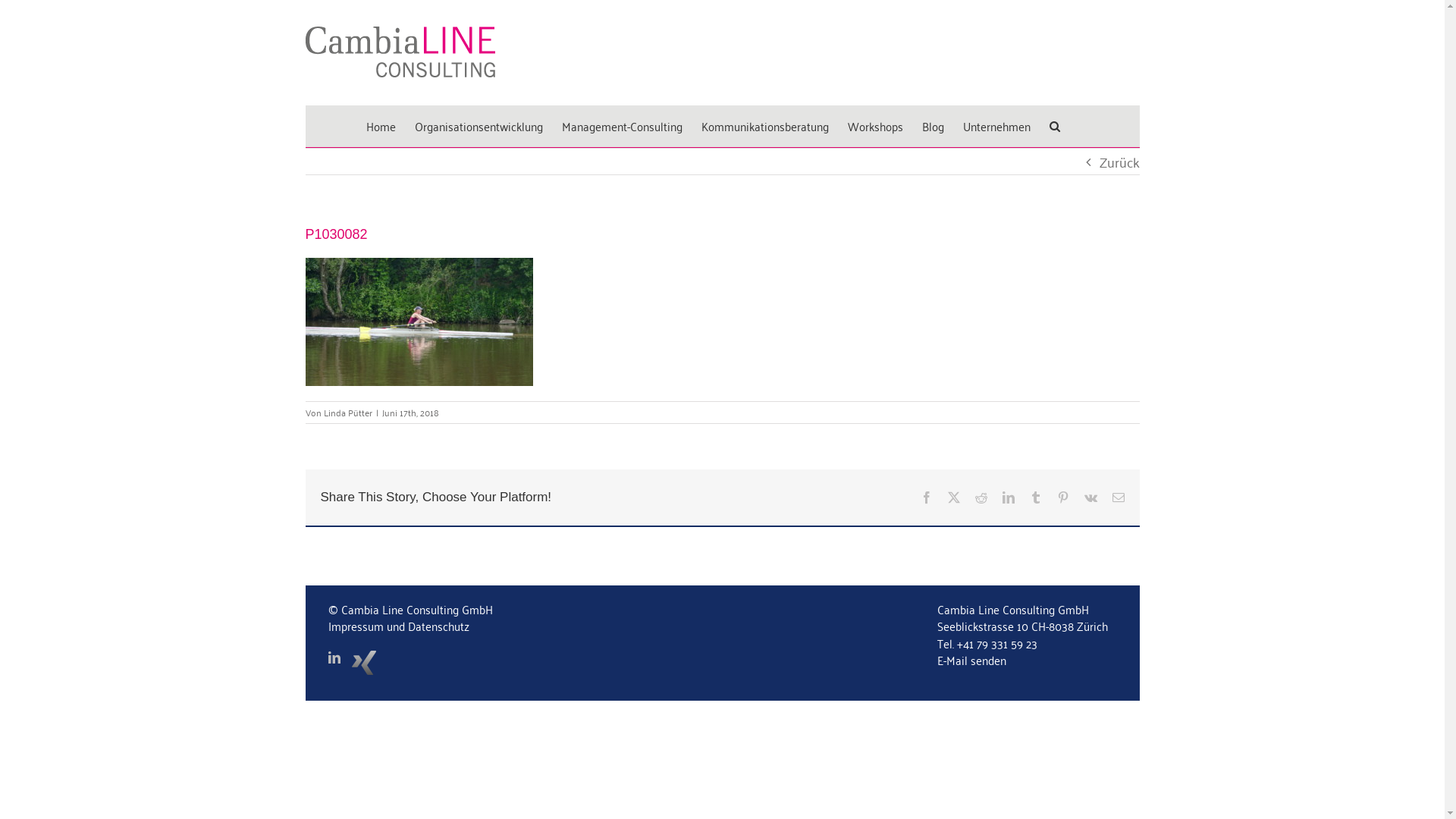  I want to click on 'E-Mail', so click(1117, 497).